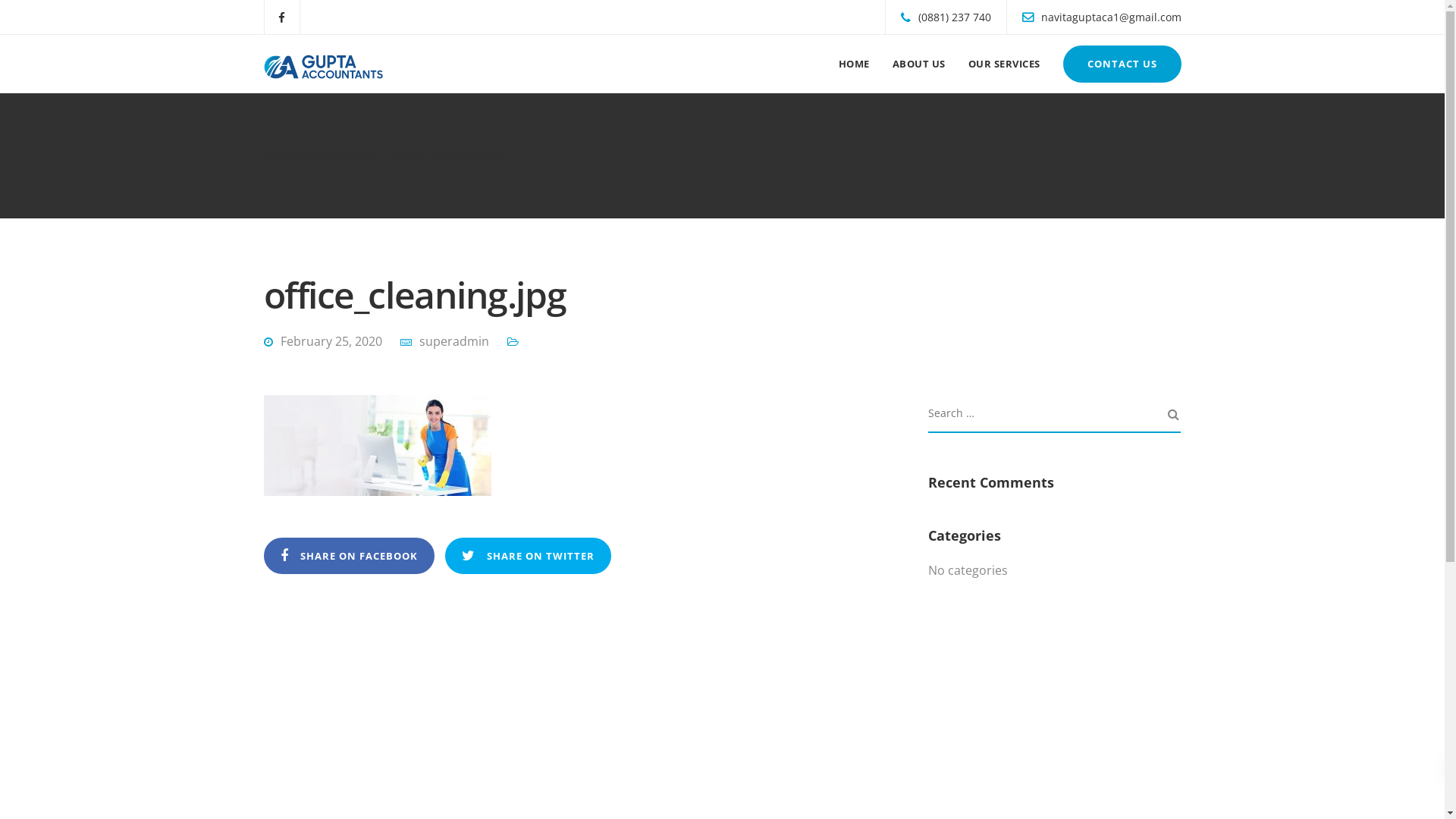 This screenshot has height=819, width=1456. What do you see at coordinates (263, 555) in the screenshot?
I see `'SHARE ON FACEBOOK'` at bounding box center [263, 555].